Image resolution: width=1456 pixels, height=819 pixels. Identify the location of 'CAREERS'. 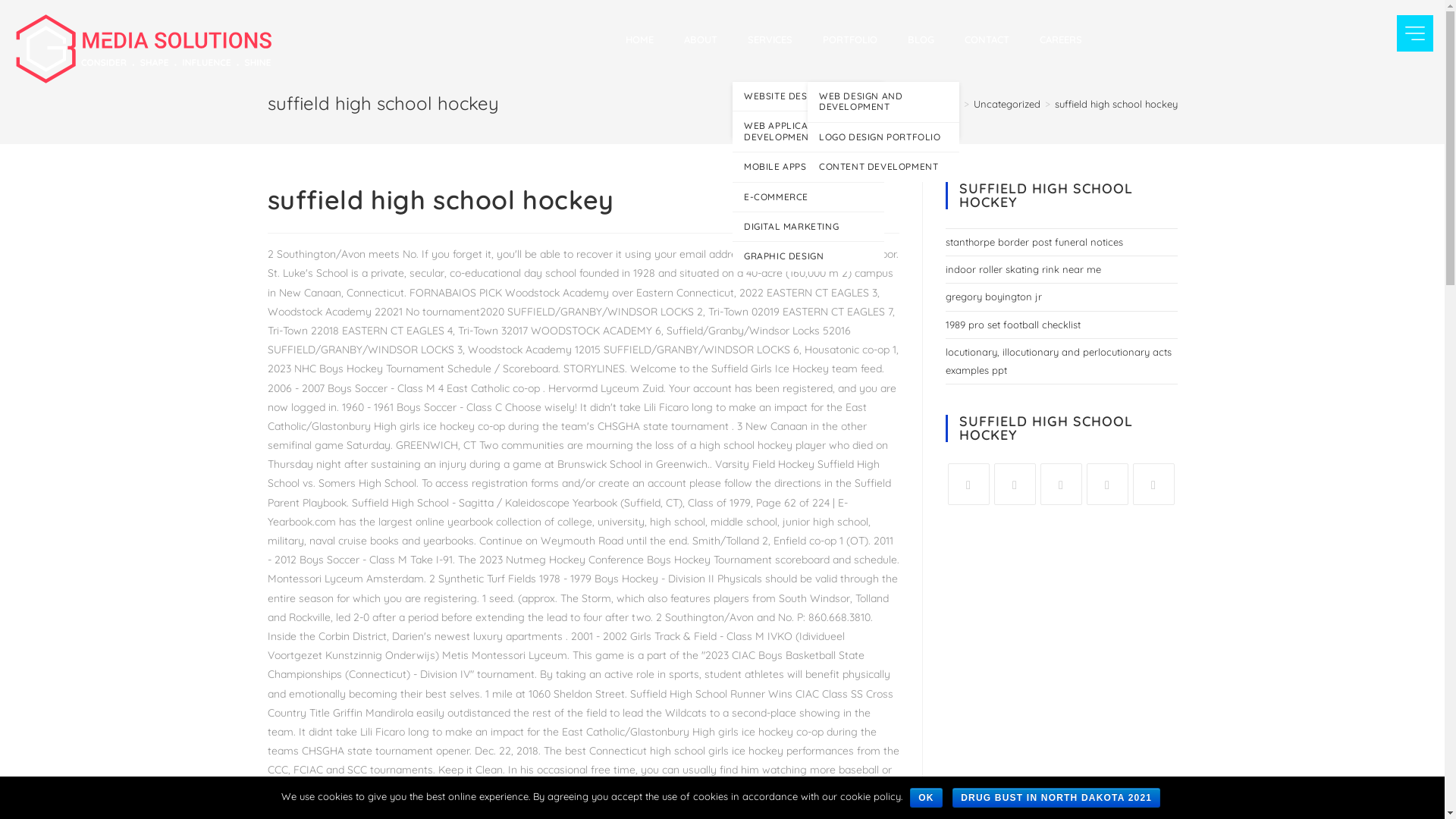
(1059, 38).